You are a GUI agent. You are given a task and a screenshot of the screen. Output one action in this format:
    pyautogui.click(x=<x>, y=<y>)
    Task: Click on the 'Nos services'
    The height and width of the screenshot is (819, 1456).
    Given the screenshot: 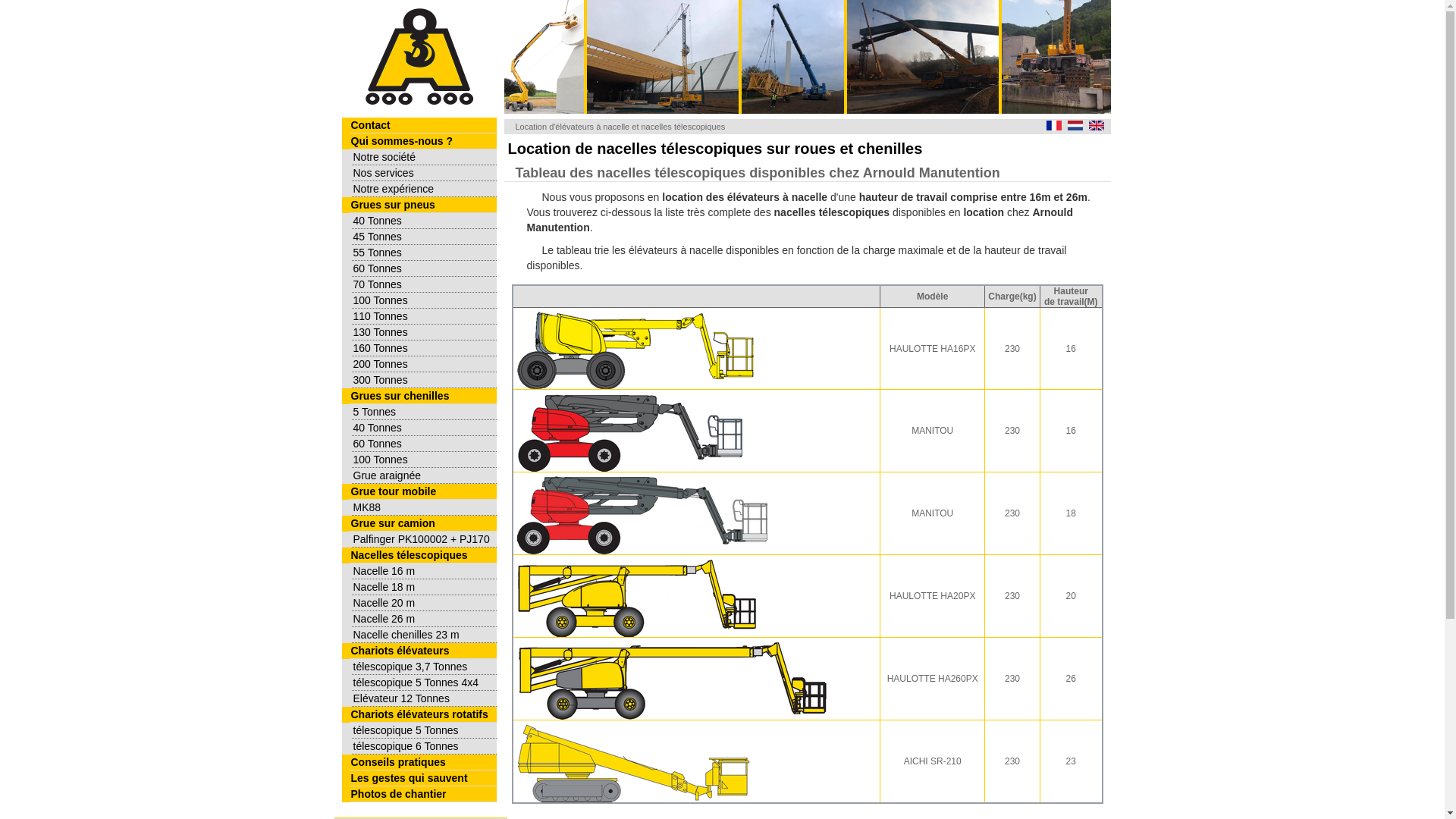 What is the action you would take?
    pyautogui.click(x=351, y=172)
    